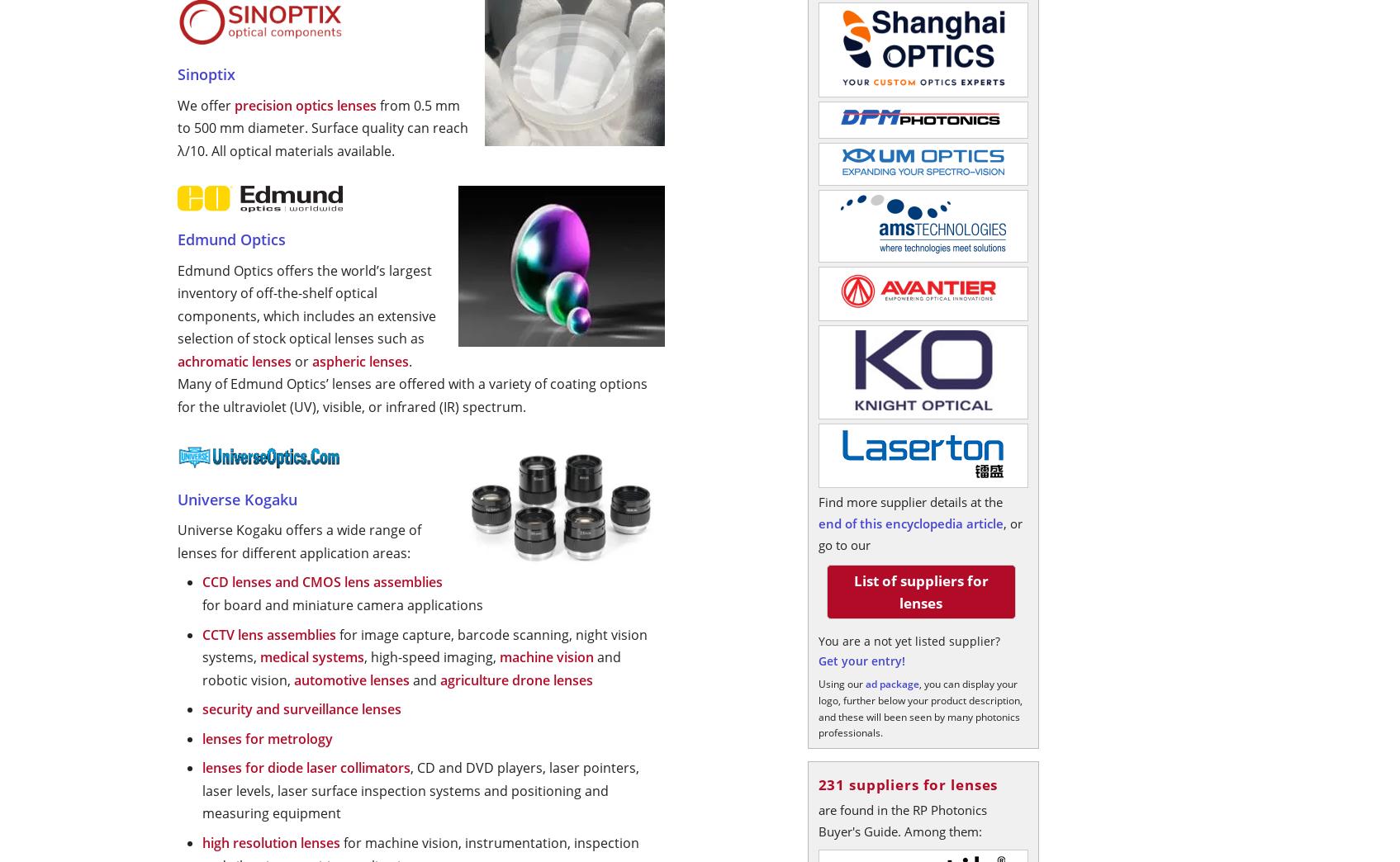 This screenshot has width=1400, height=862. Describe the element at coordinates (360, 360) in the screenshot. I see `'aspheric lenses'` at that location.